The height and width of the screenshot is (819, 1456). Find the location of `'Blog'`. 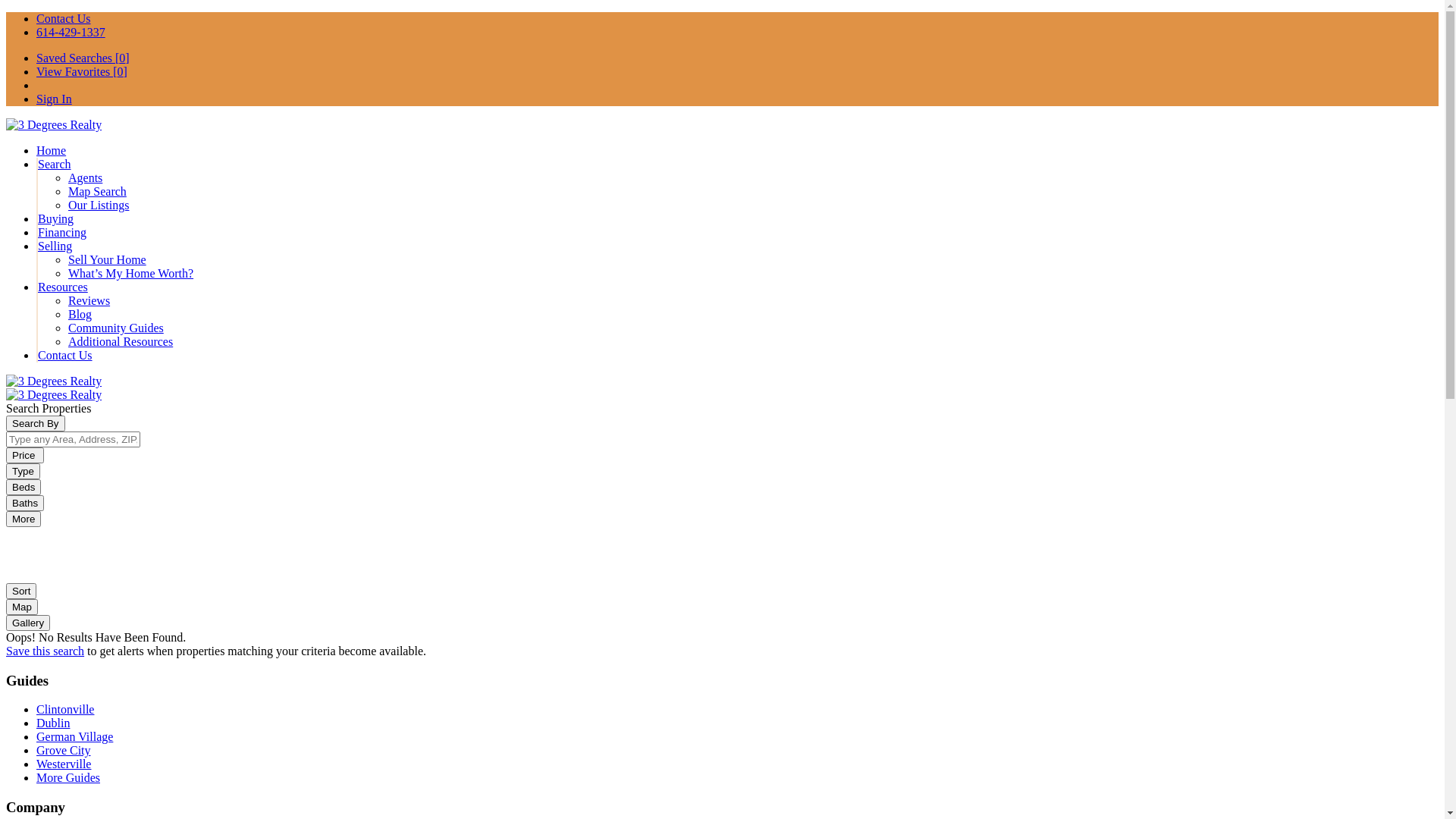

'Blog' is located at coordinates (79, 313).